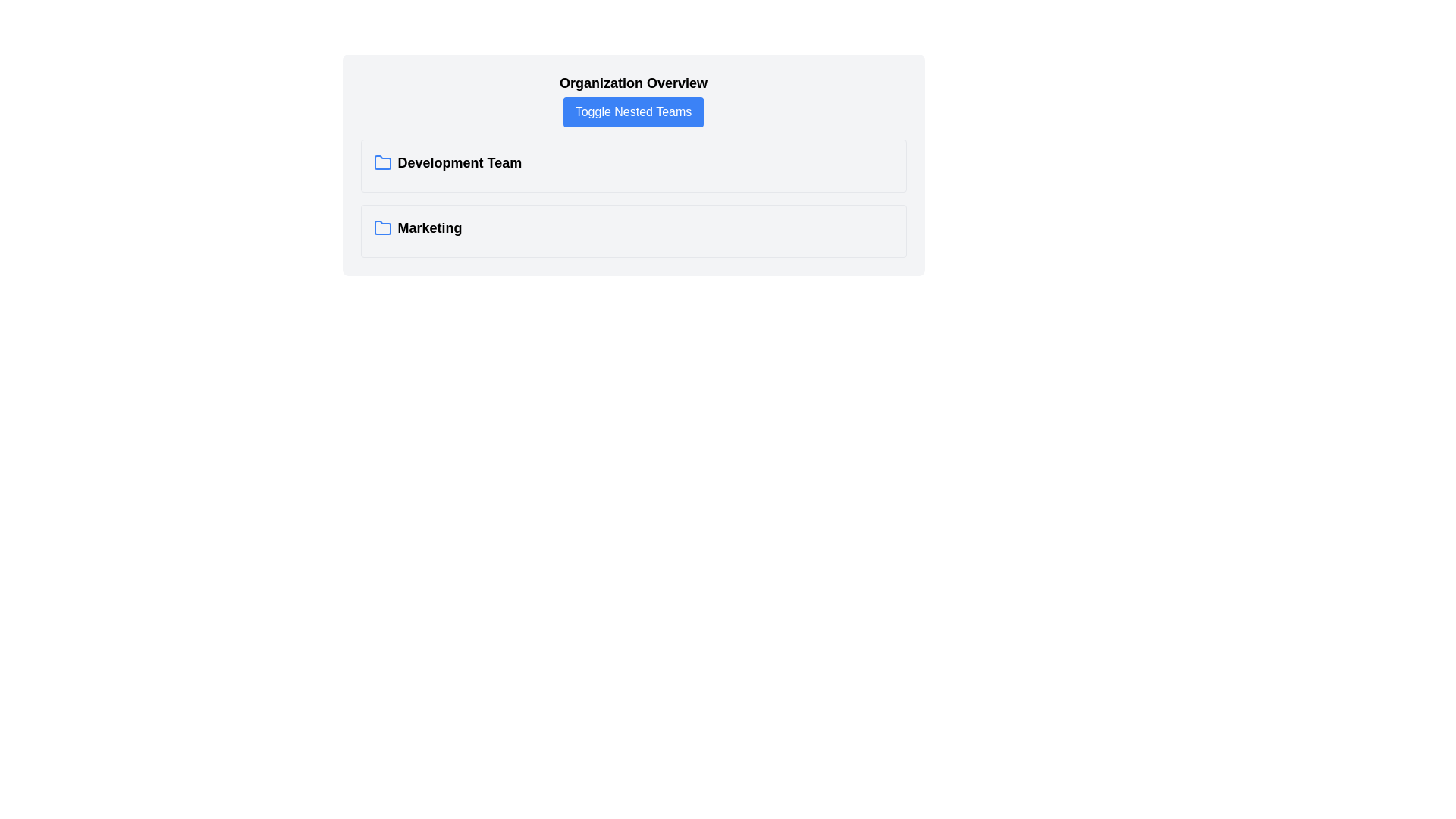  What do you see at coordinates (633, 83) in the screenshot?
I see `the text component that reads 'Organization Overview', which is bold, large, and centrally aligned above the 'Toggle Nested Teams' button` at bounding box center [633, 83].